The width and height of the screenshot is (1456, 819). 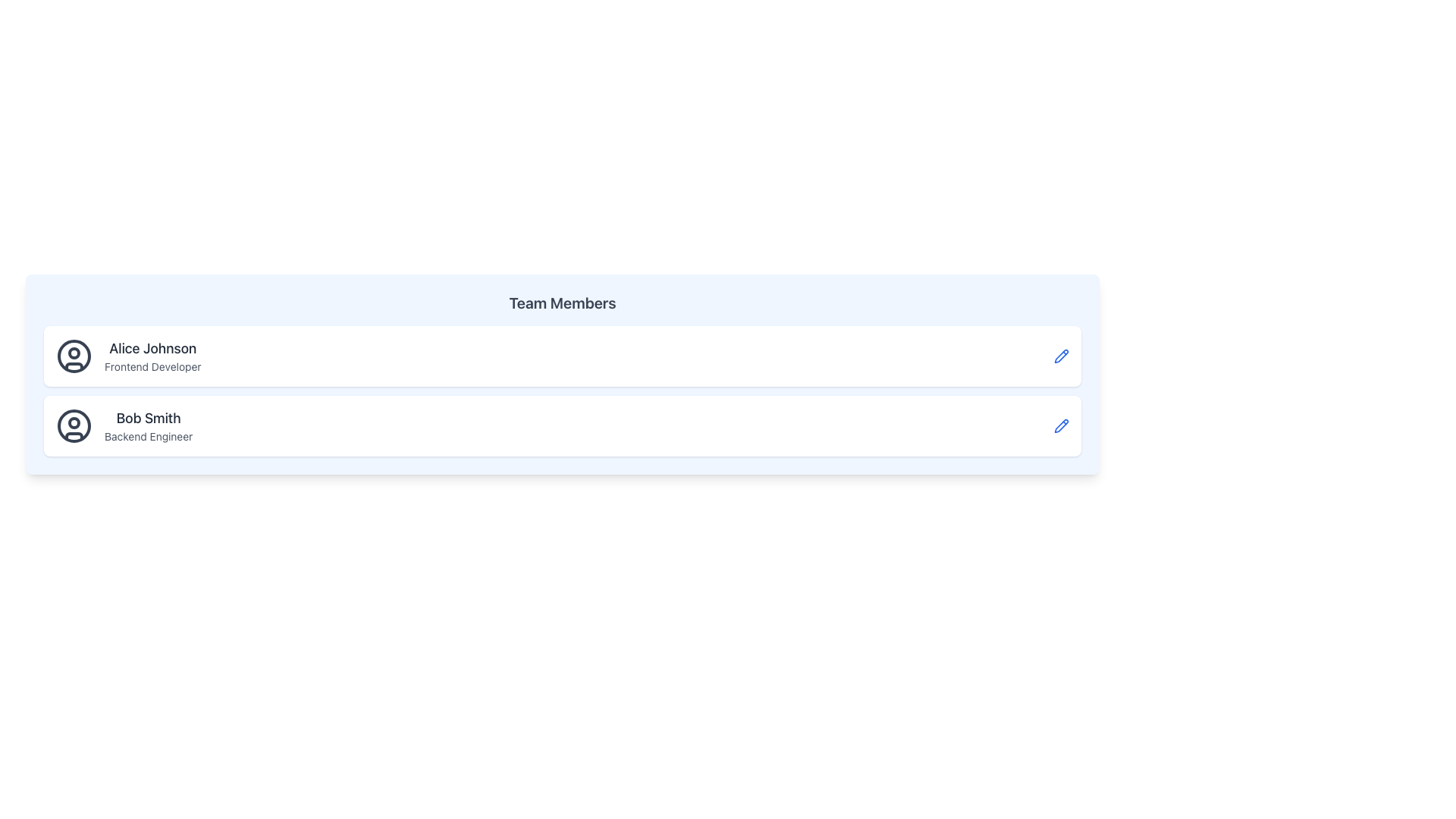 What do you see at coordinates (73, 356) in the screenshot?
I see `the circular user icon with a gray border, representing a profile, located next to the text 'Alice Johnson' and 'Frontend Developer' in the first list item` at bounding box center [73, 356].